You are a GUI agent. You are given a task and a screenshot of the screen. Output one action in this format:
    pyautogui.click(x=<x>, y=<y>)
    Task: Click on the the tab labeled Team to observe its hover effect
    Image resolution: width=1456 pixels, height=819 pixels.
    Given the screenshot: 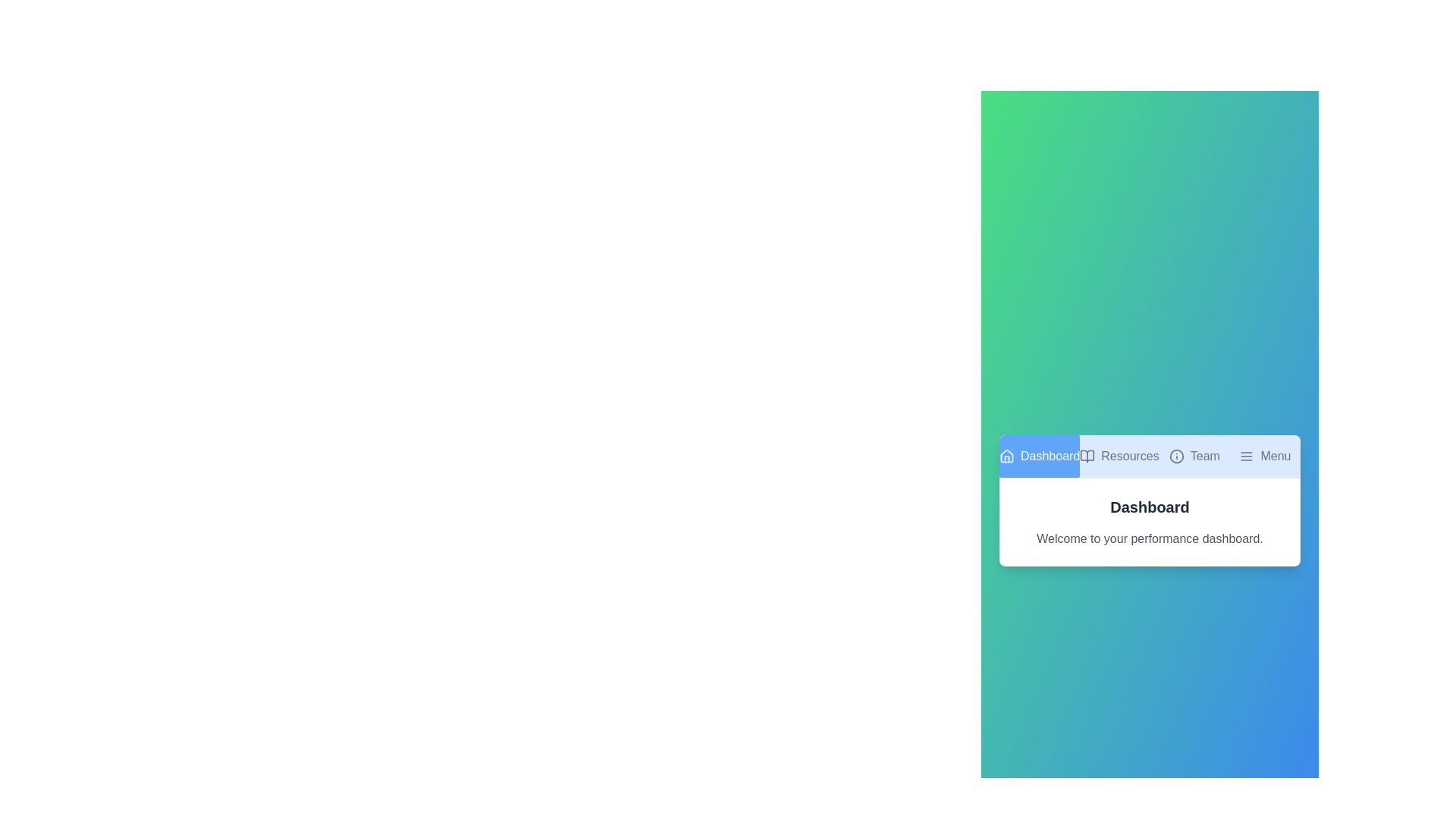 What is the action you would take?
    pyautogui.click(x=1194, y=455)
    